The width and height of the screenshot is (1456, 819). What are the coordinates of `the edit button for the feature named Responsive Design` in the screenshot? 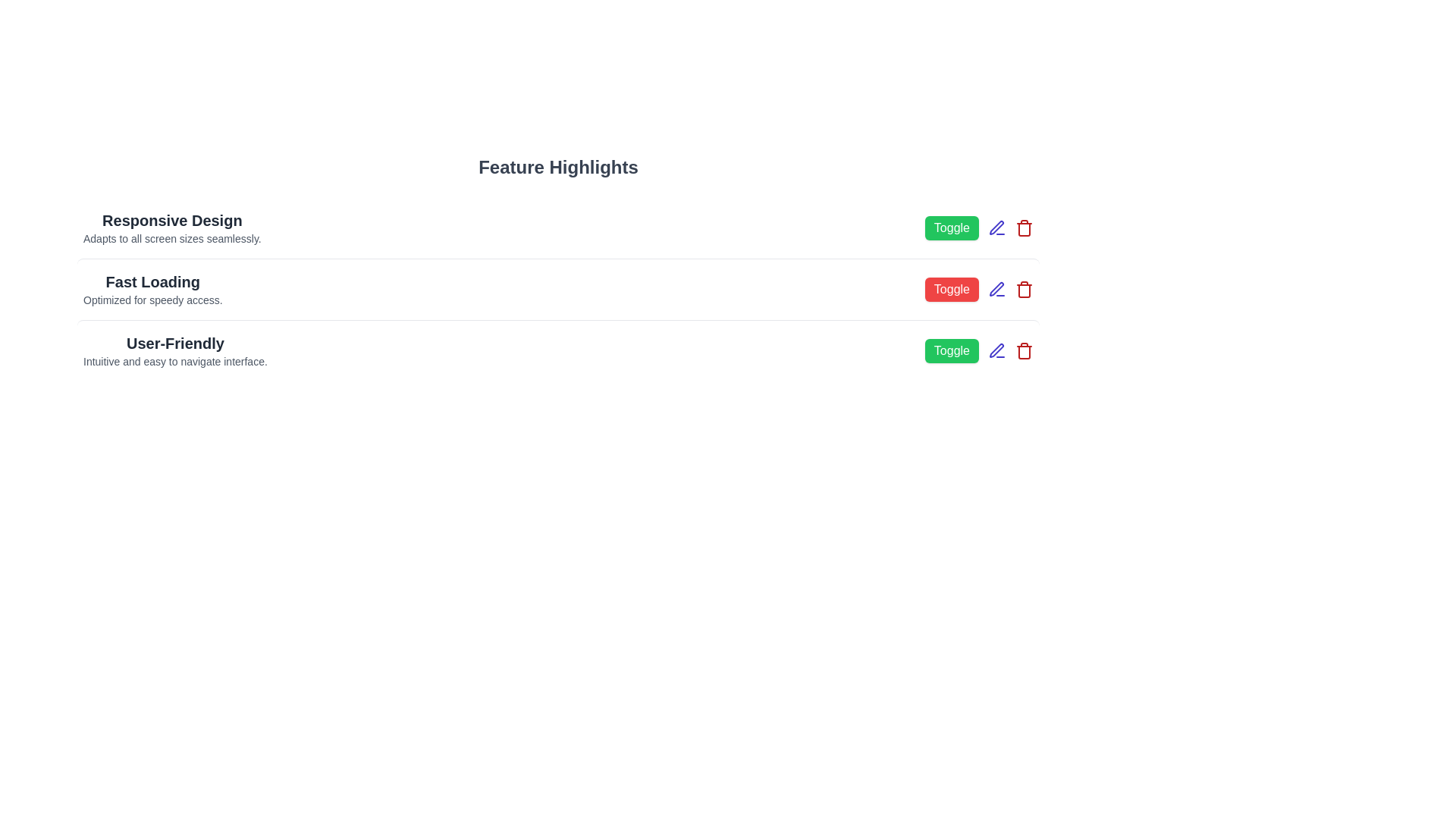 It's located at (997, 227).